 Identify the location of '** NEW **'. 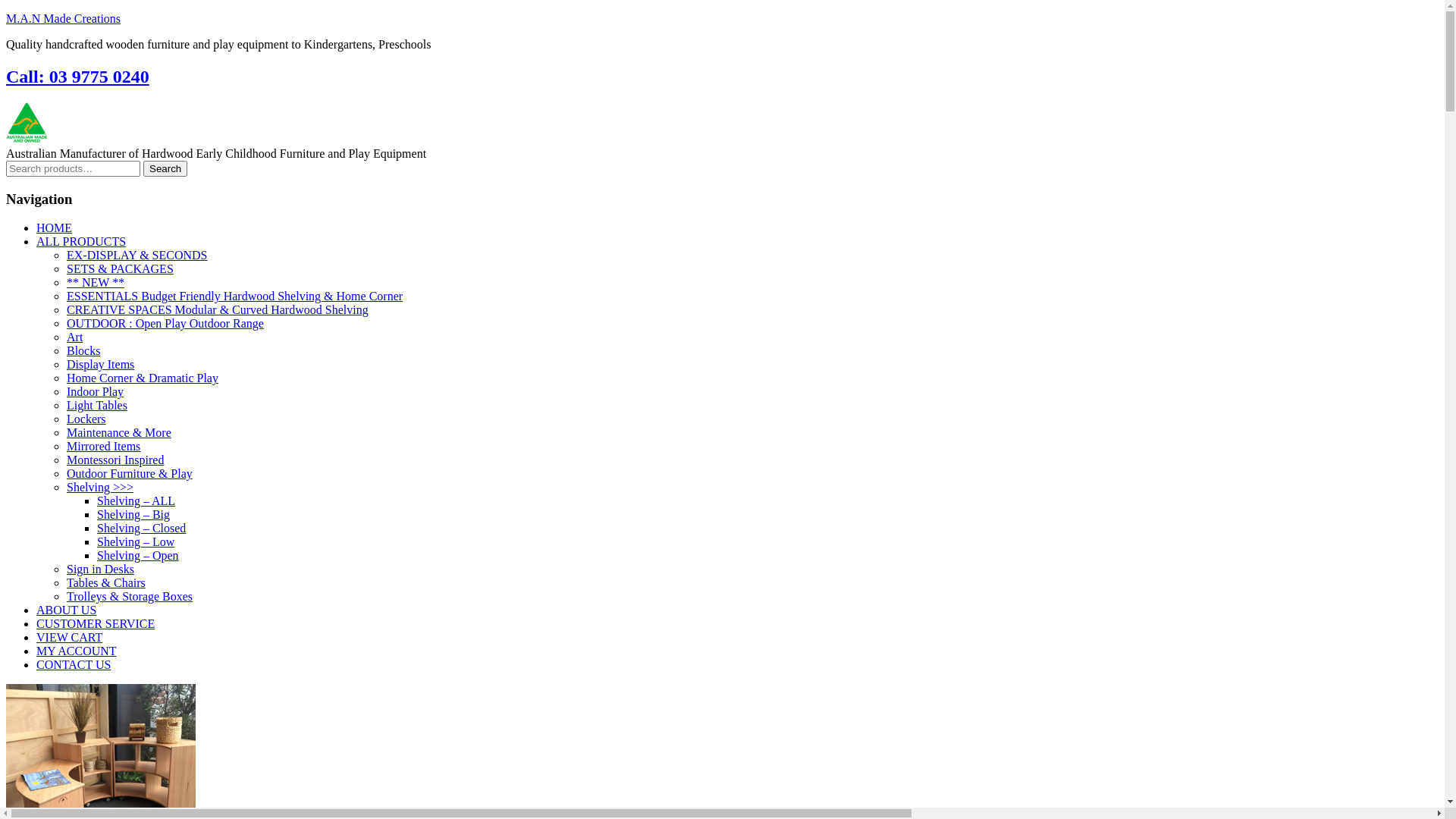
(94, 282).